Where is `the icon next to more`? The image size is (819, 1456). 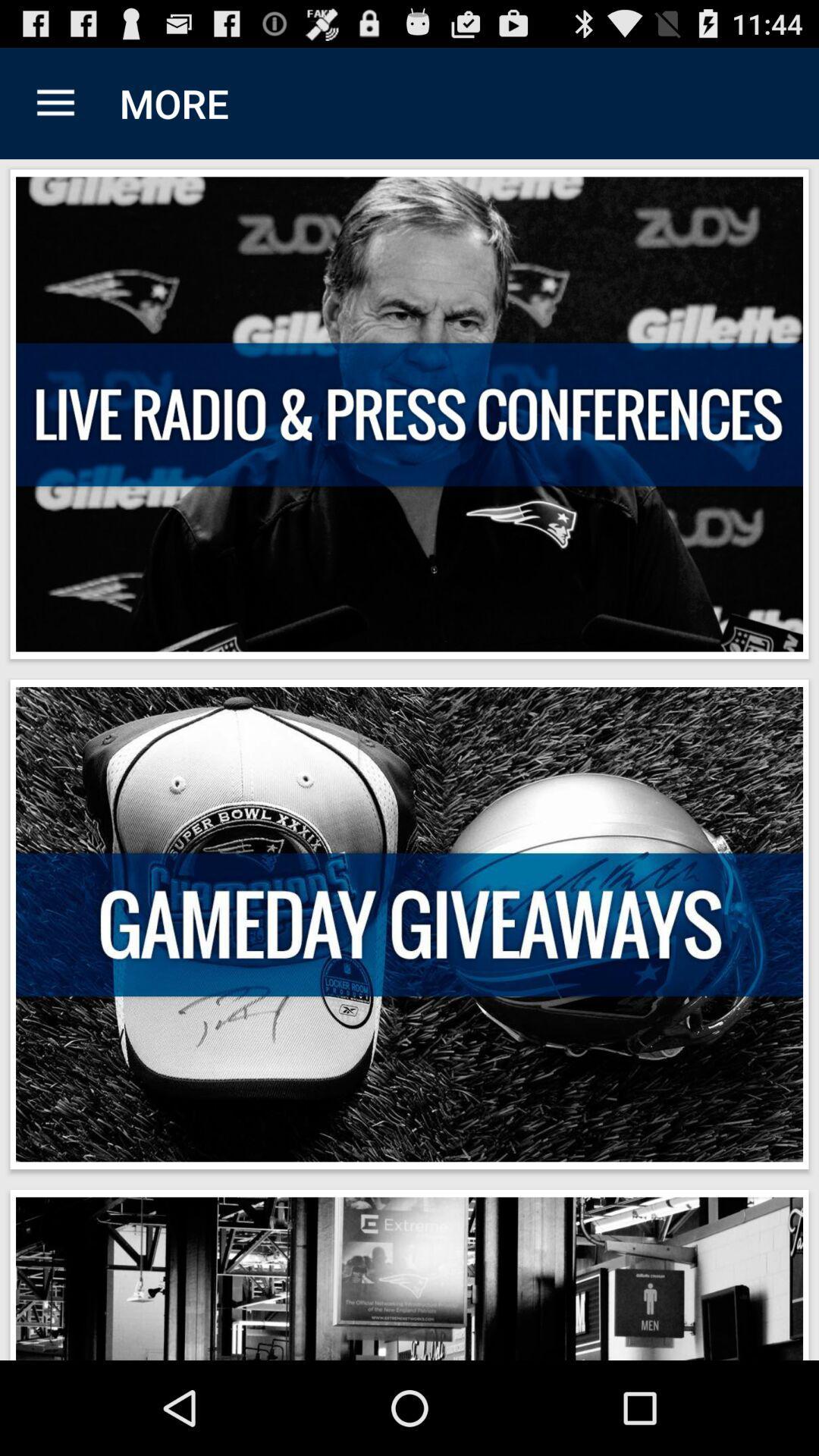 the icon next to more is located at coordinates (55, 102).